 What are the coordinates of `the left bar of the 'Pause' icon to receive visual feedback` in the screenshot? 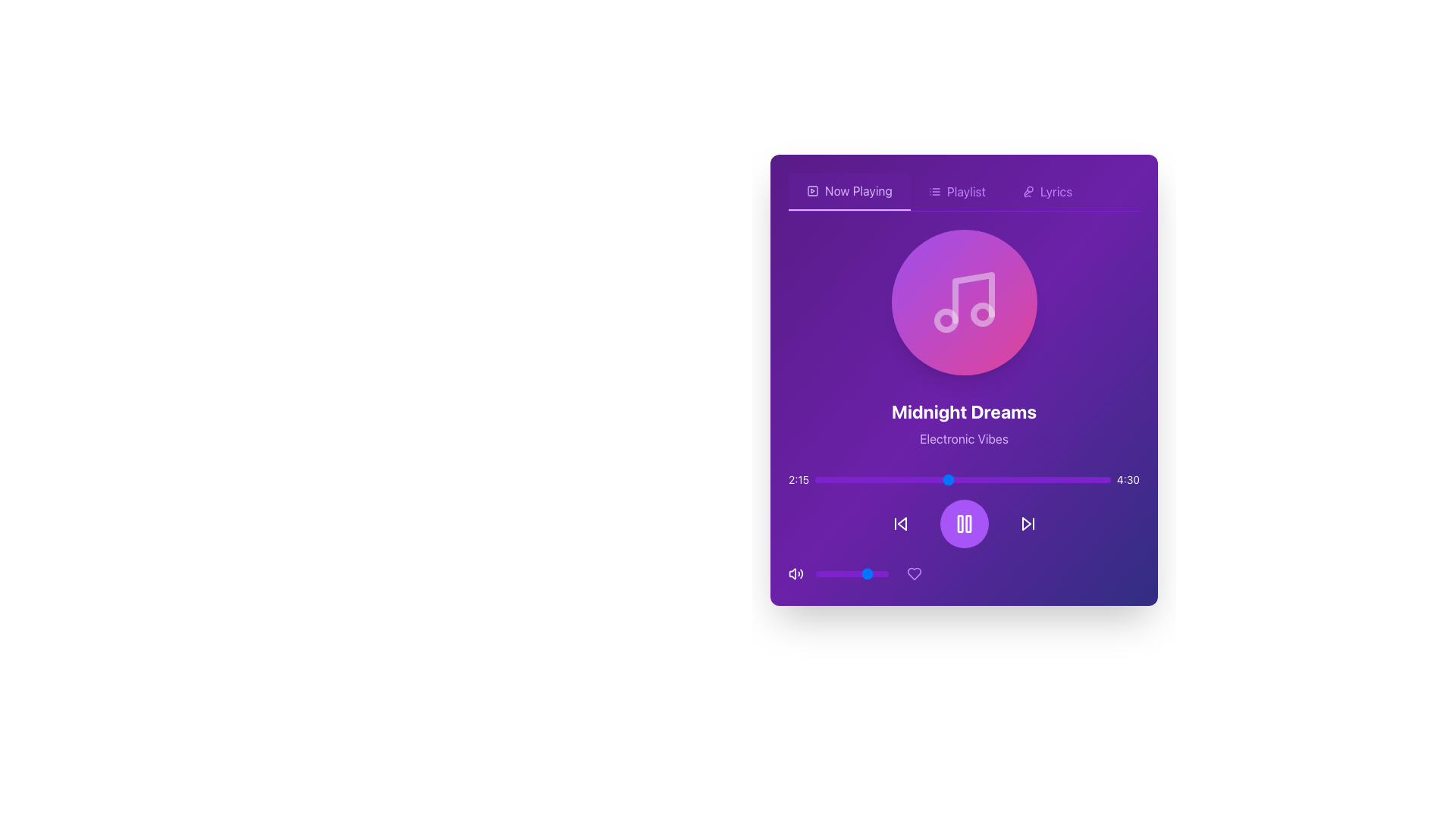 It's located at (959, 522).